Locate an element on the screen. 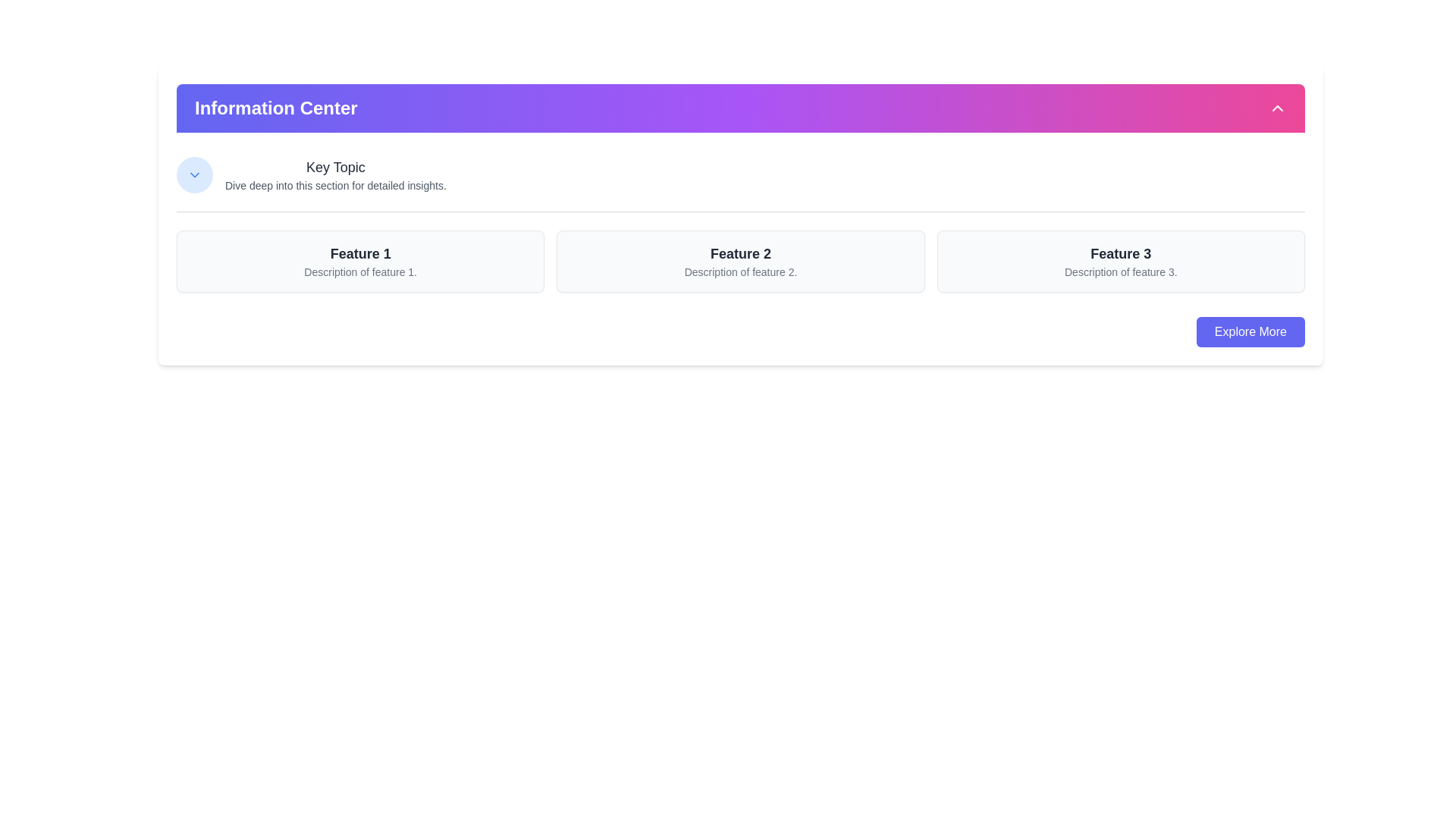 This screenshot has height=819, width=1456. the Card Component located in the middle of the grid layout is located at coordinates (741, 260).